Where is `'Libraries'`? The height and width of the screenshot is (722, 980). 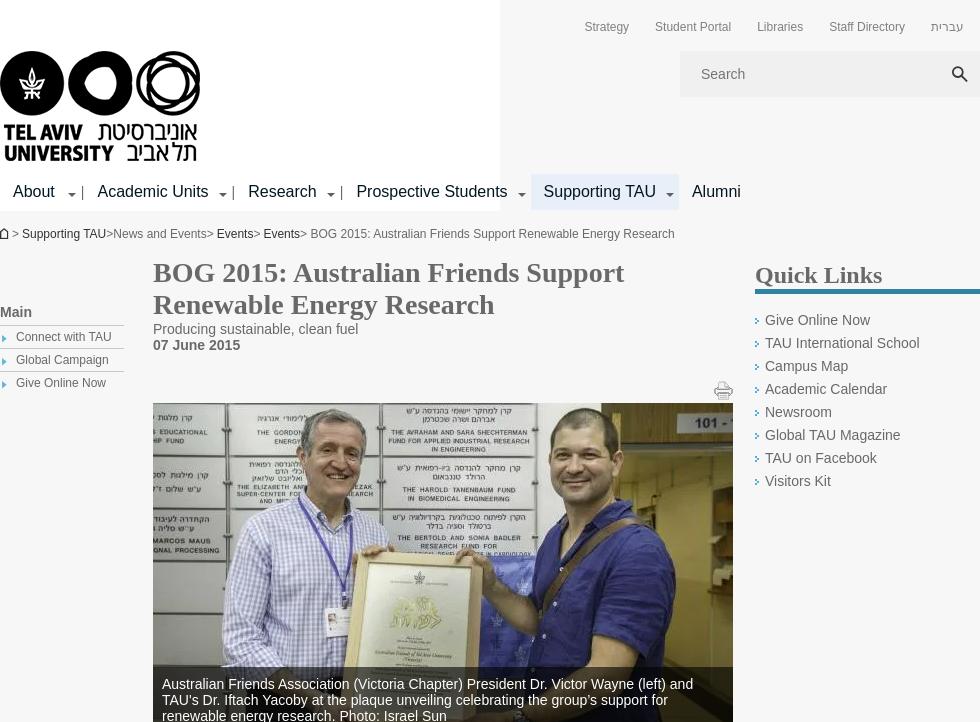 'Libraries' is located at coordinates (756, 27).